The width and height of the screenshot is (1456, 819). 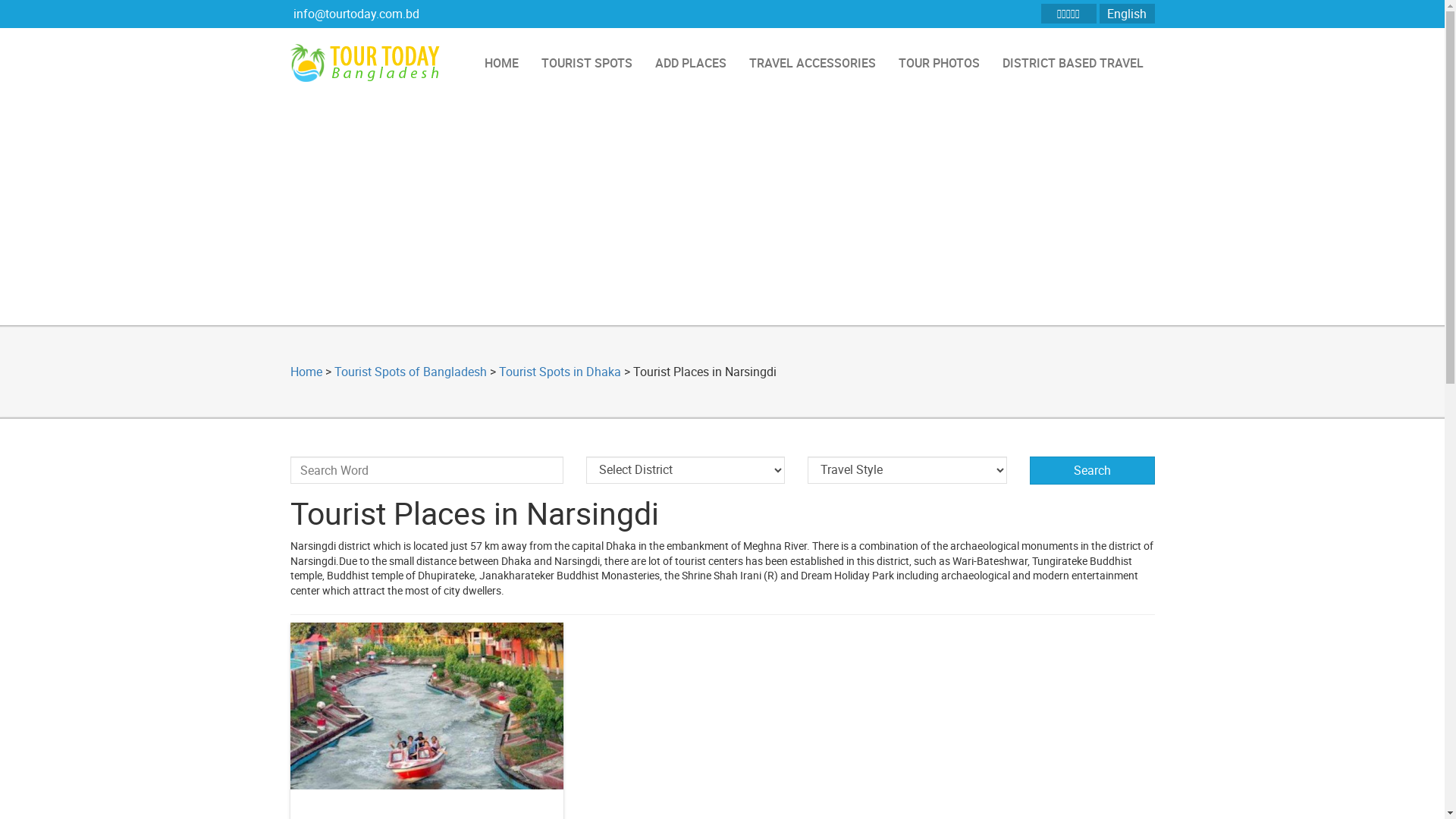 What do you see at coordinates (409, 371) in the screenshot?
I see `'Tourist Spots of Bangladesh'` at bounding box center [409, 371].